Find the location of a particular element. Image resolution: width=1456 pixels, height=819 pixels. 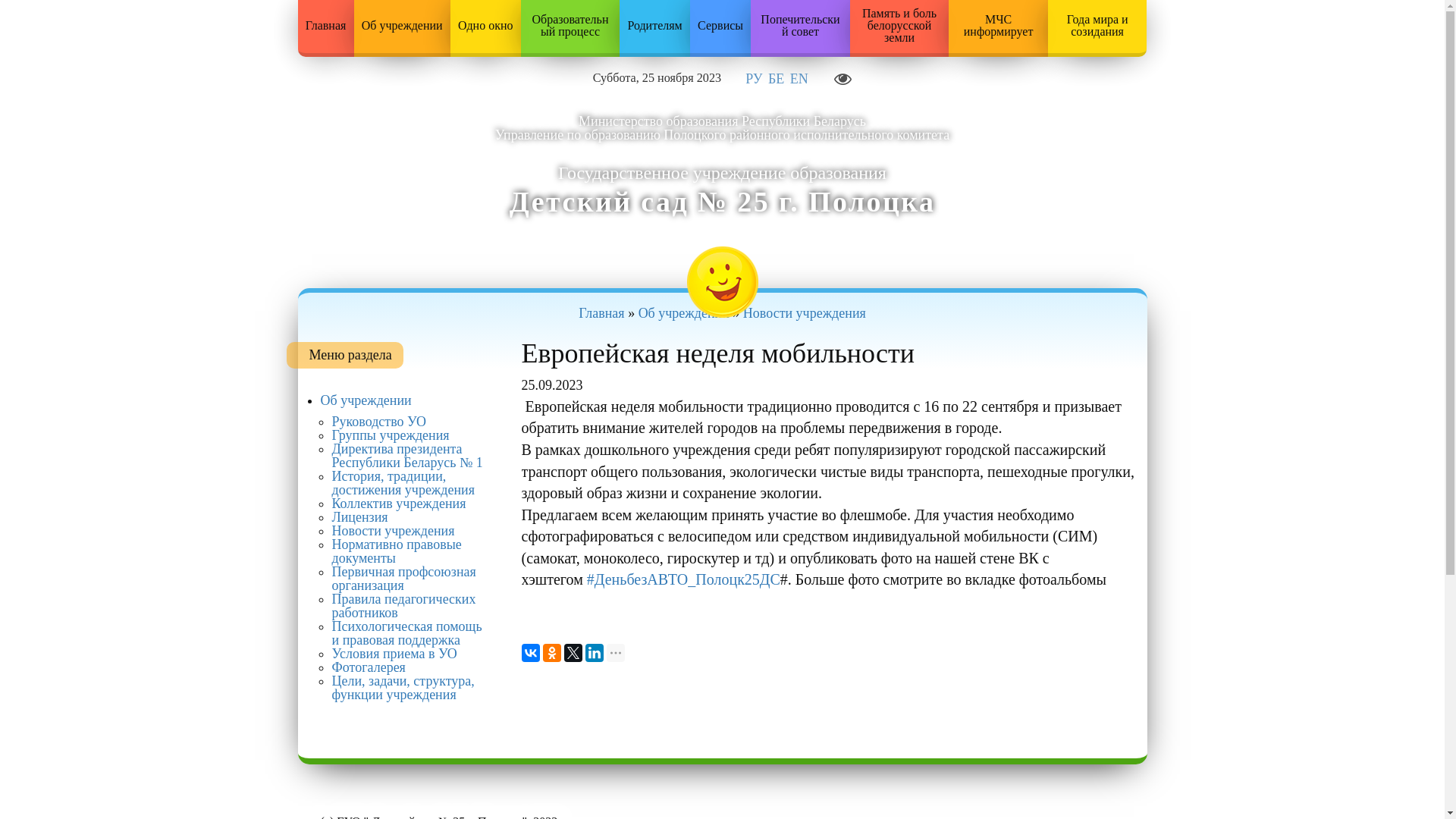

'Twitter' is located at coordinates (573, 651).